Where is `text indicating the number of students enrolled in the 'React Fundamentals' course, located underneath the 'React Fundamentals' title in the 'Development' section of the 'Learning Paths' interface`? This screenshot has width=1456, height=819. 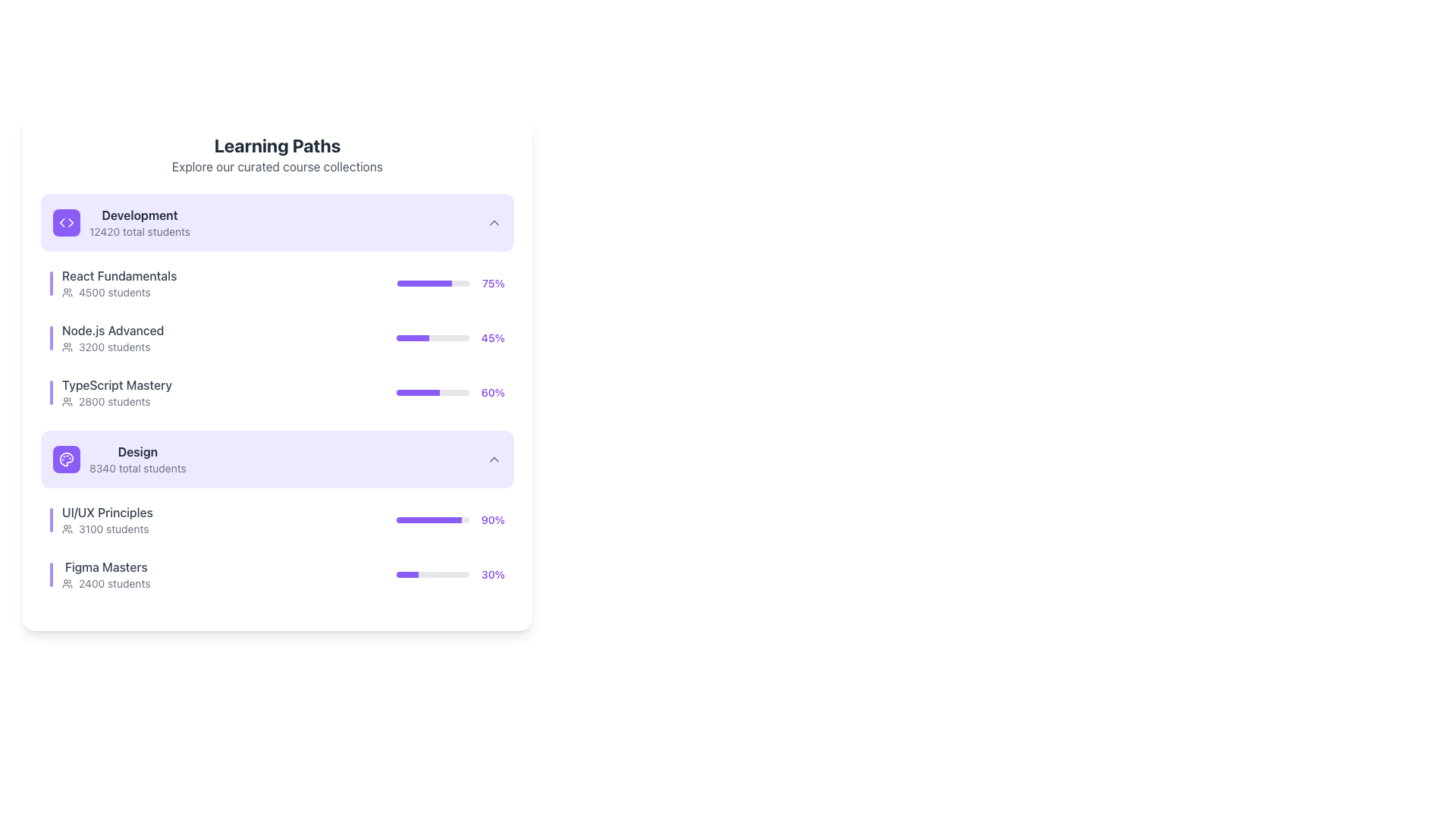 text indicating the number of students enrolled in the 'React Fundamentals' course, located underneath the 'React Fundamentals' title in the 'Development' section of the 'Learning Paths' interface is located at coordinates (118, 292).